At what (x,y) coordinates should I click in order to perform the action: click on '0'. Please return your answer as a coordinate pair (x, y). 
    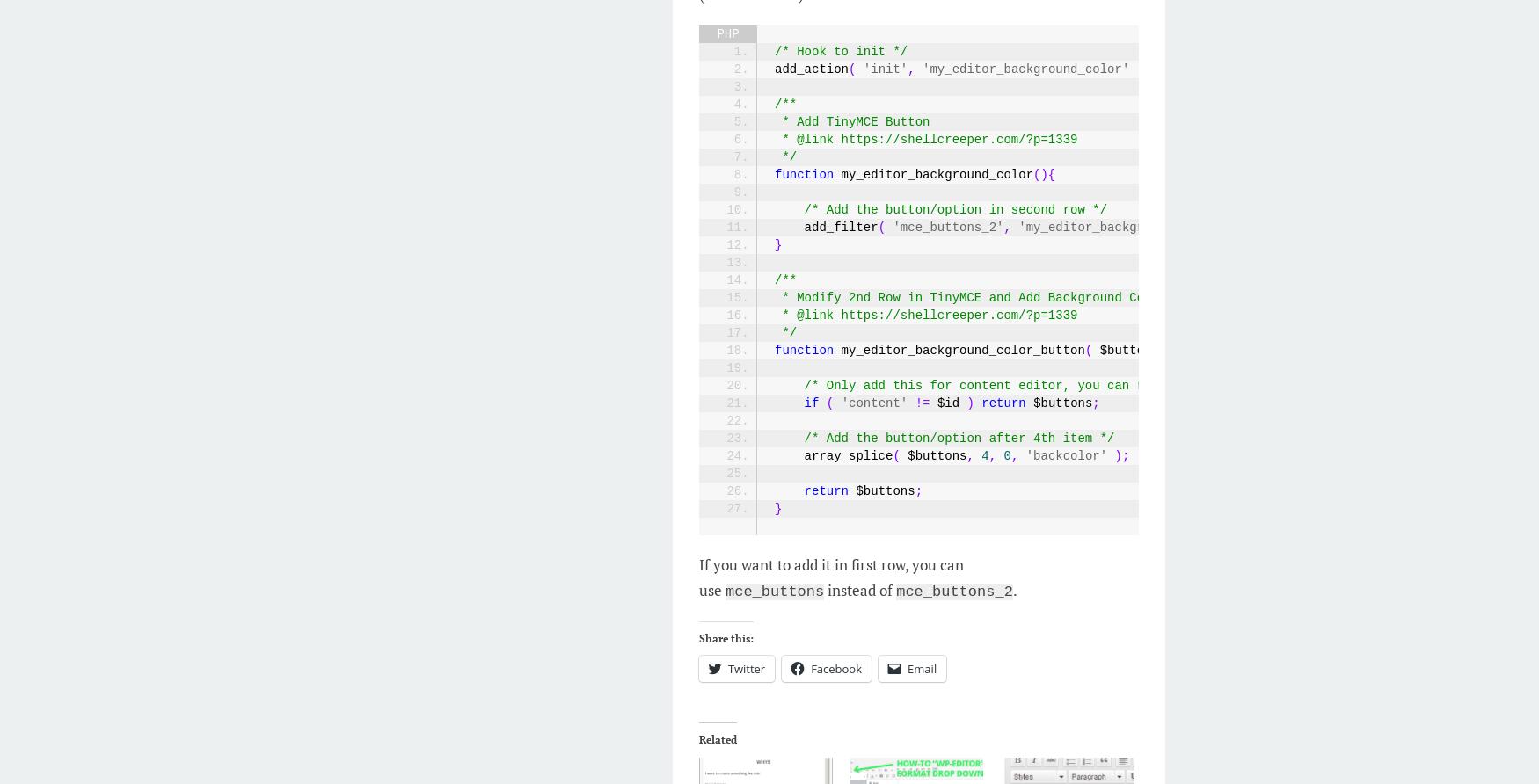
    Looking at the image, I should click on (1006, 455).